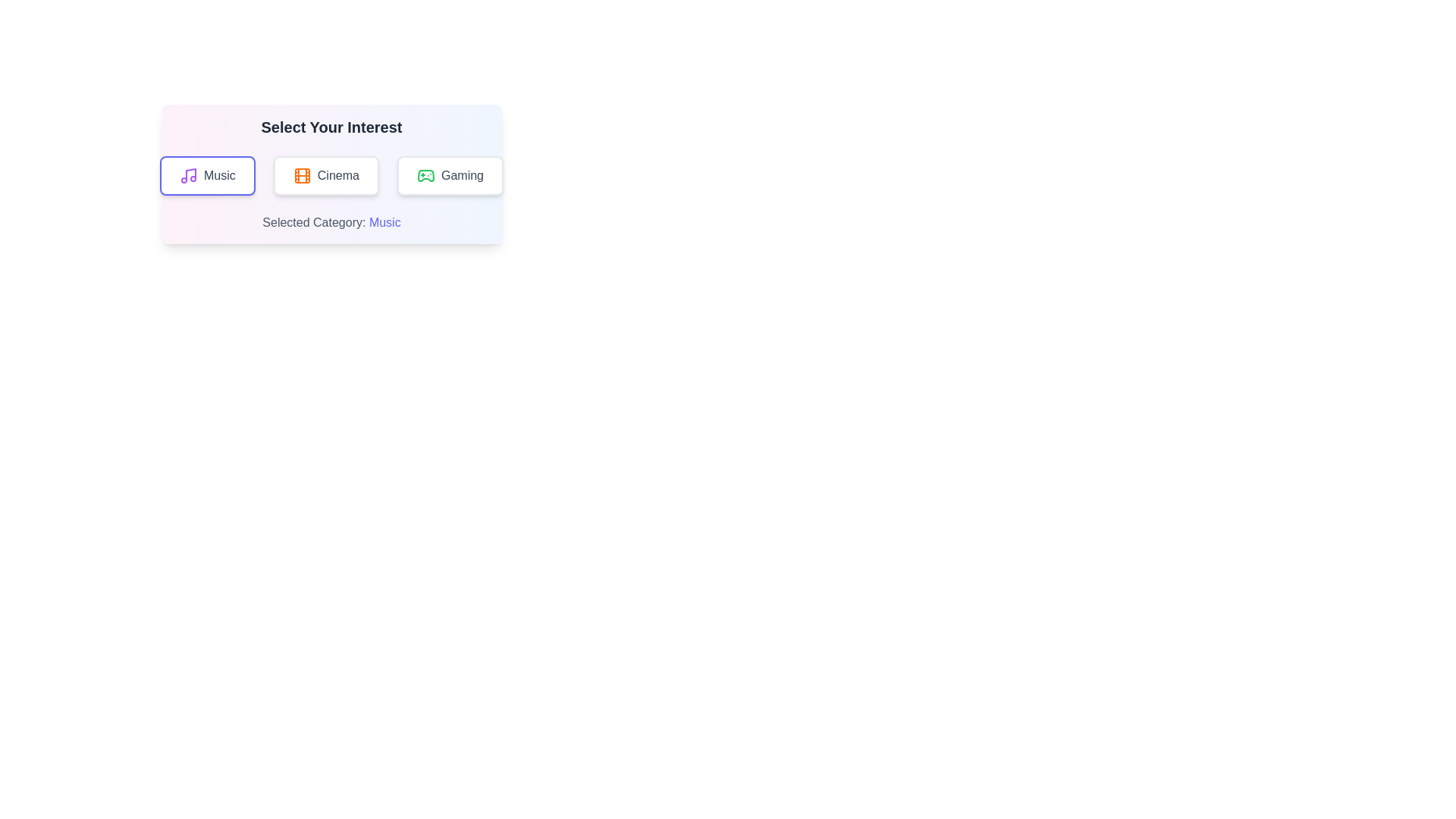  Describe the element at coordinates (325, 174) in the screenshot. I see `the 'Cinema' button to select the Cinema category` at that location.